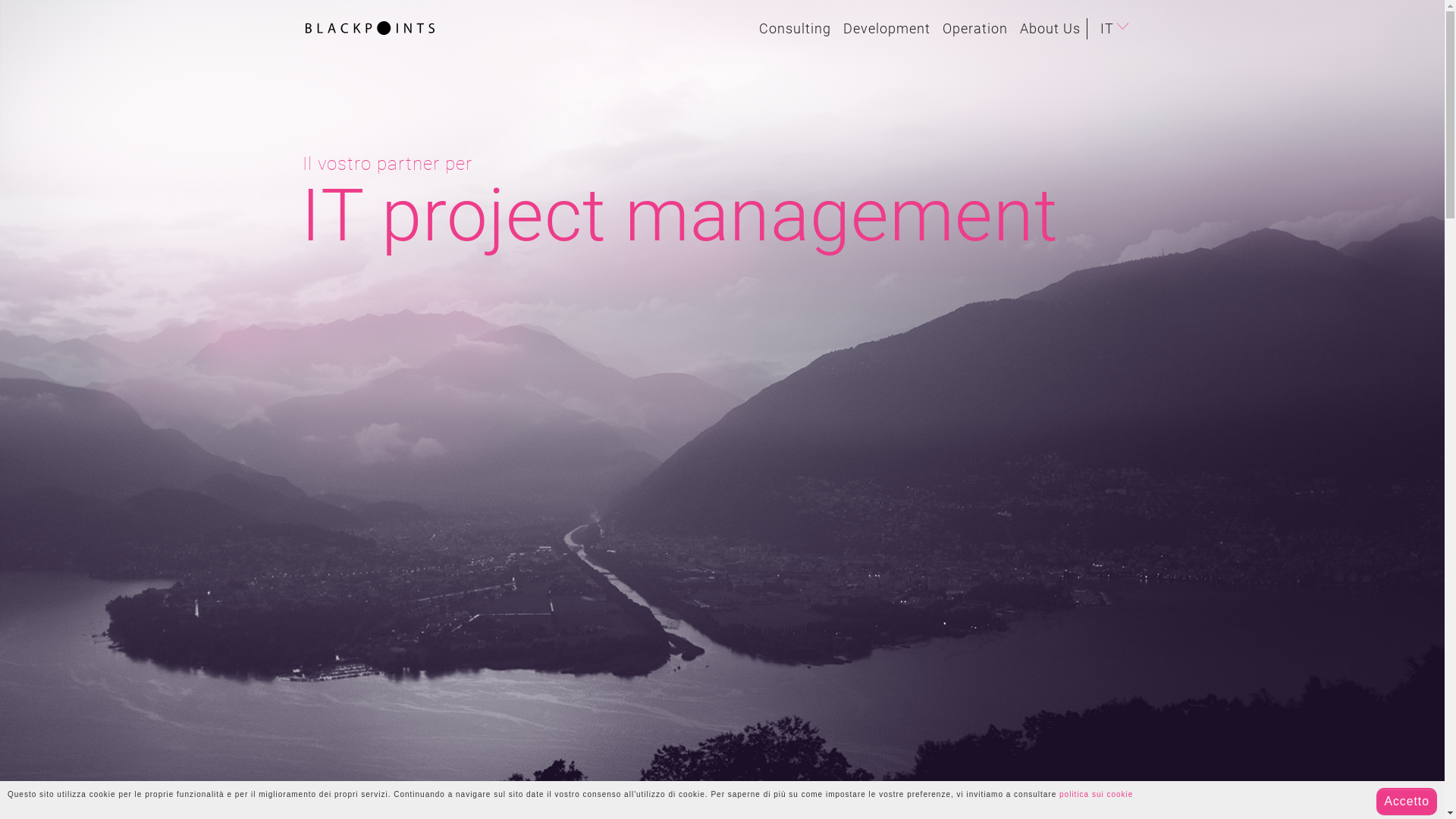  What do you see at coordinates (1116, 29) in the screenshot?
I see `'IT'` at bounding box center [1116, 29].